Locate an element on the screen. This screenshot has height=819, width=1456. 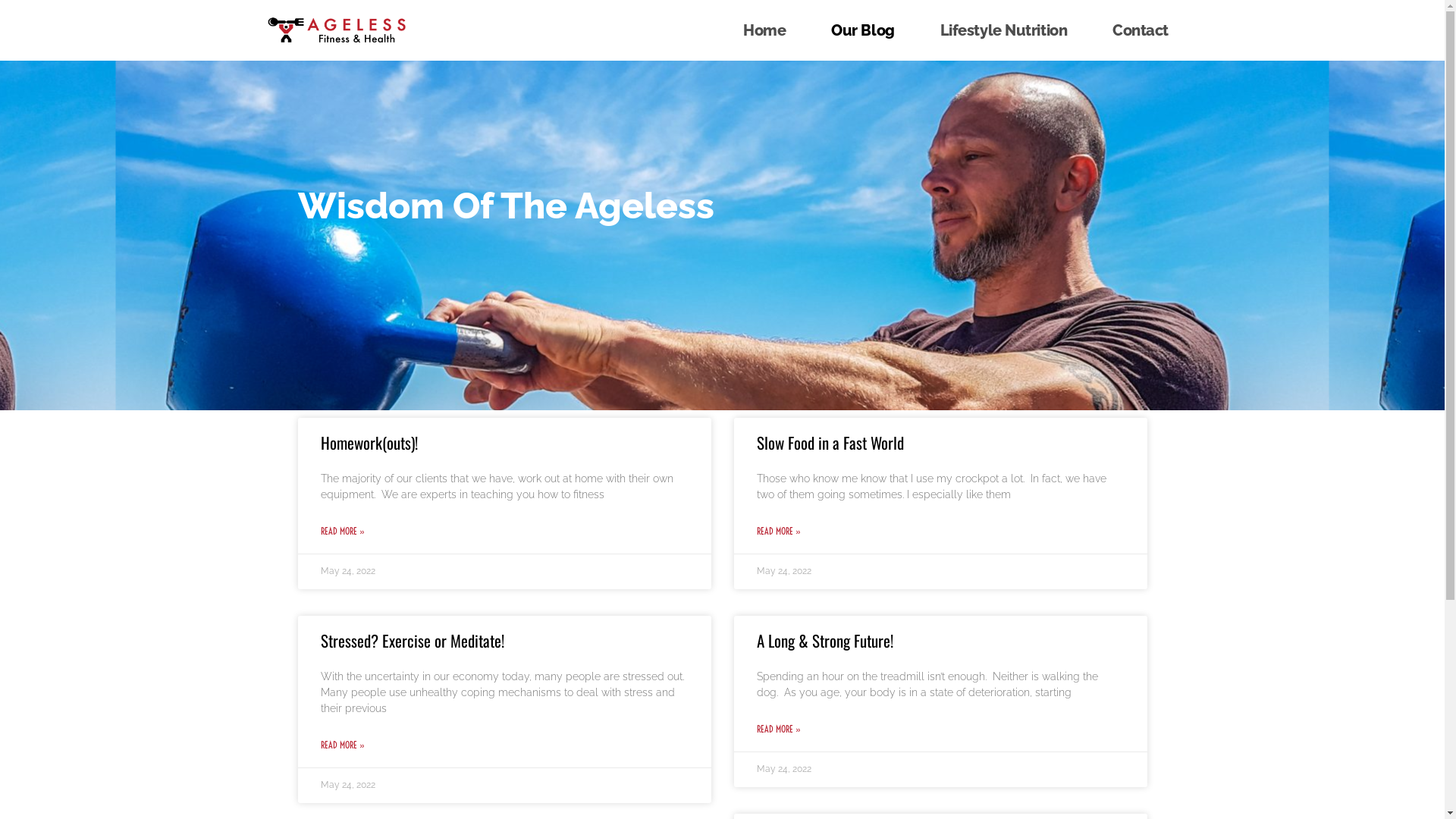
'Homework(outs)!' is located at coordinates (368, 442).